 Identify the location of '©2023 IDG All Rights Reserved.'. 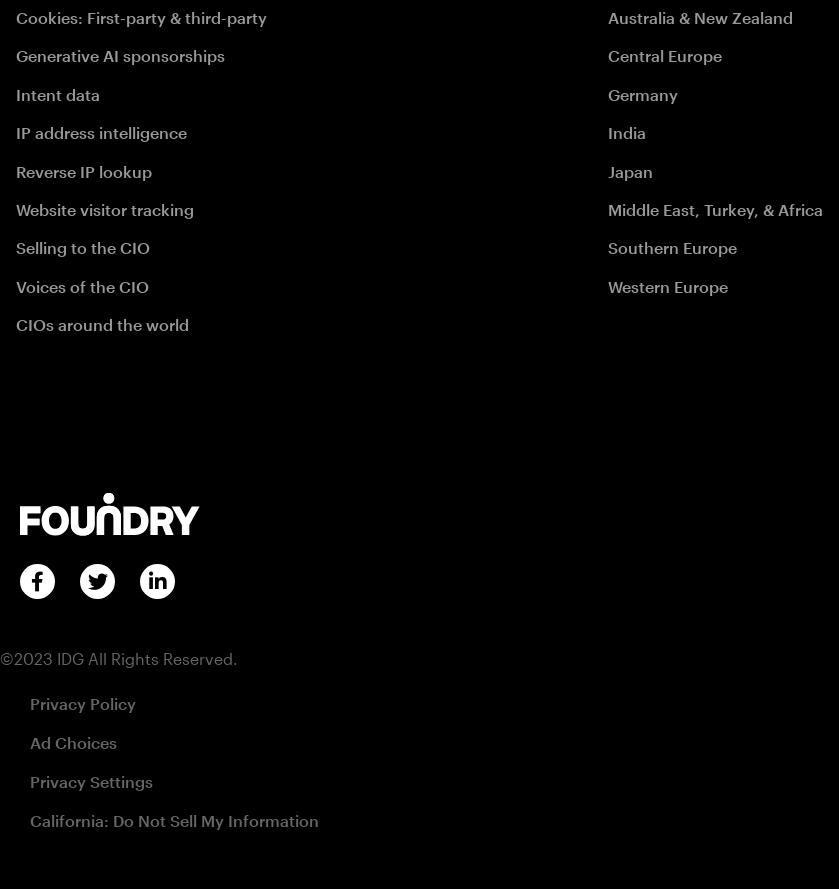
(0, 658).